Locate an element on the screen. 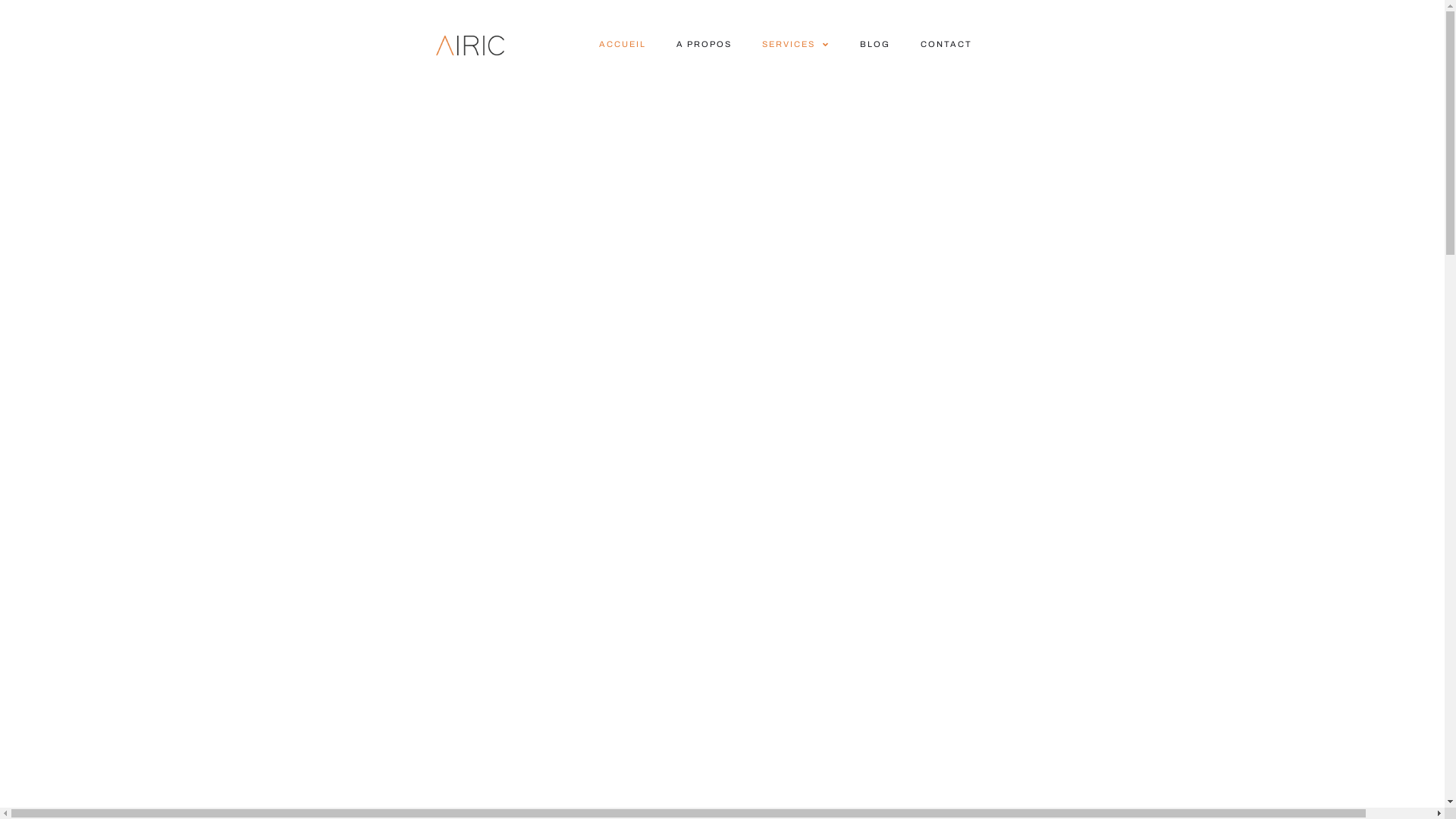 This screenshot has width=1456, height=819. 'A PROPOS' is located at coordinates (661, 43).